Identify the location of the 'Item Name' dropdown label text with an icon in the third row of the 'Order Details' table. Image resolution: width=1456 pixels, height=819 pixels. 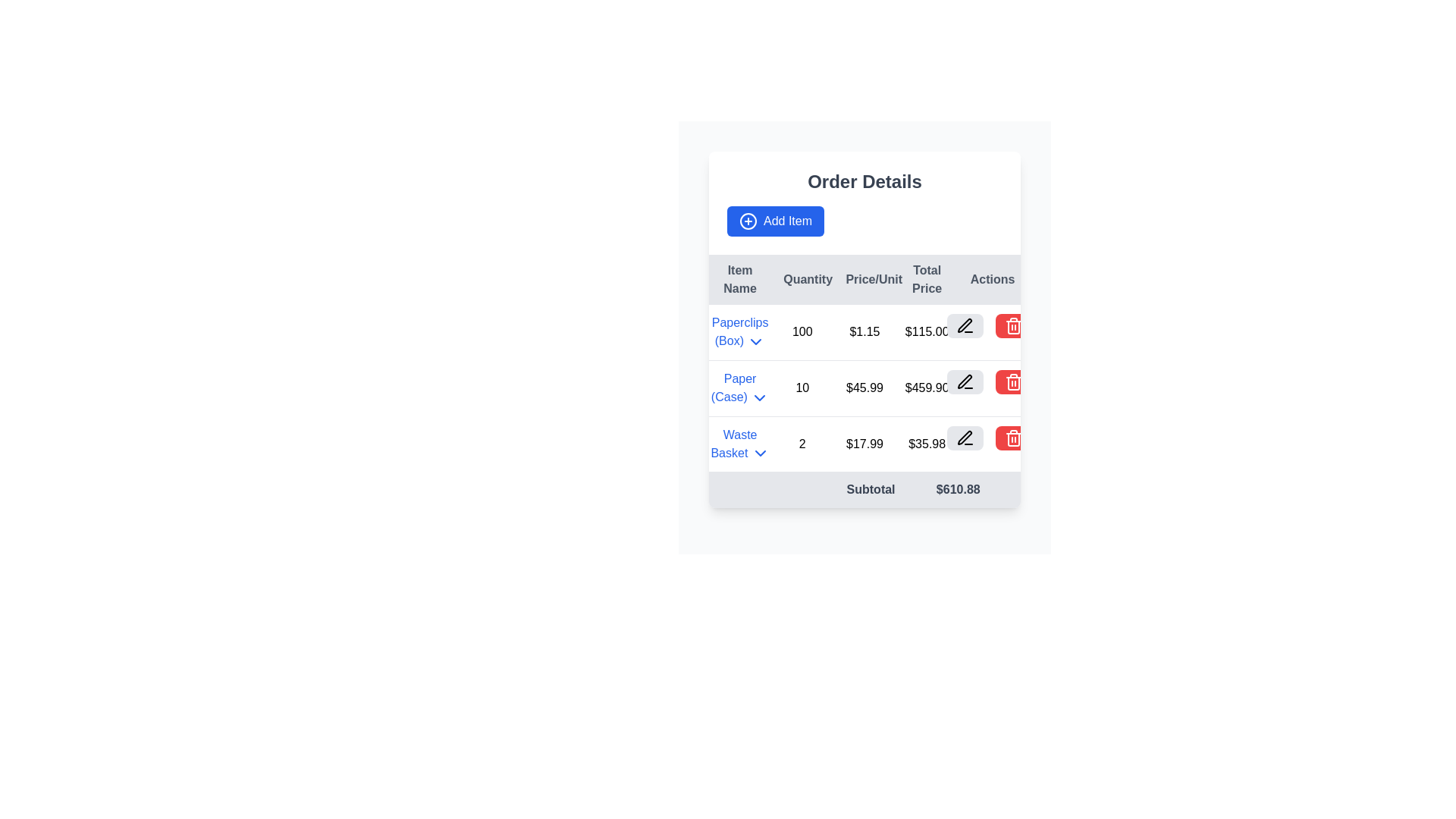
(740, 444).